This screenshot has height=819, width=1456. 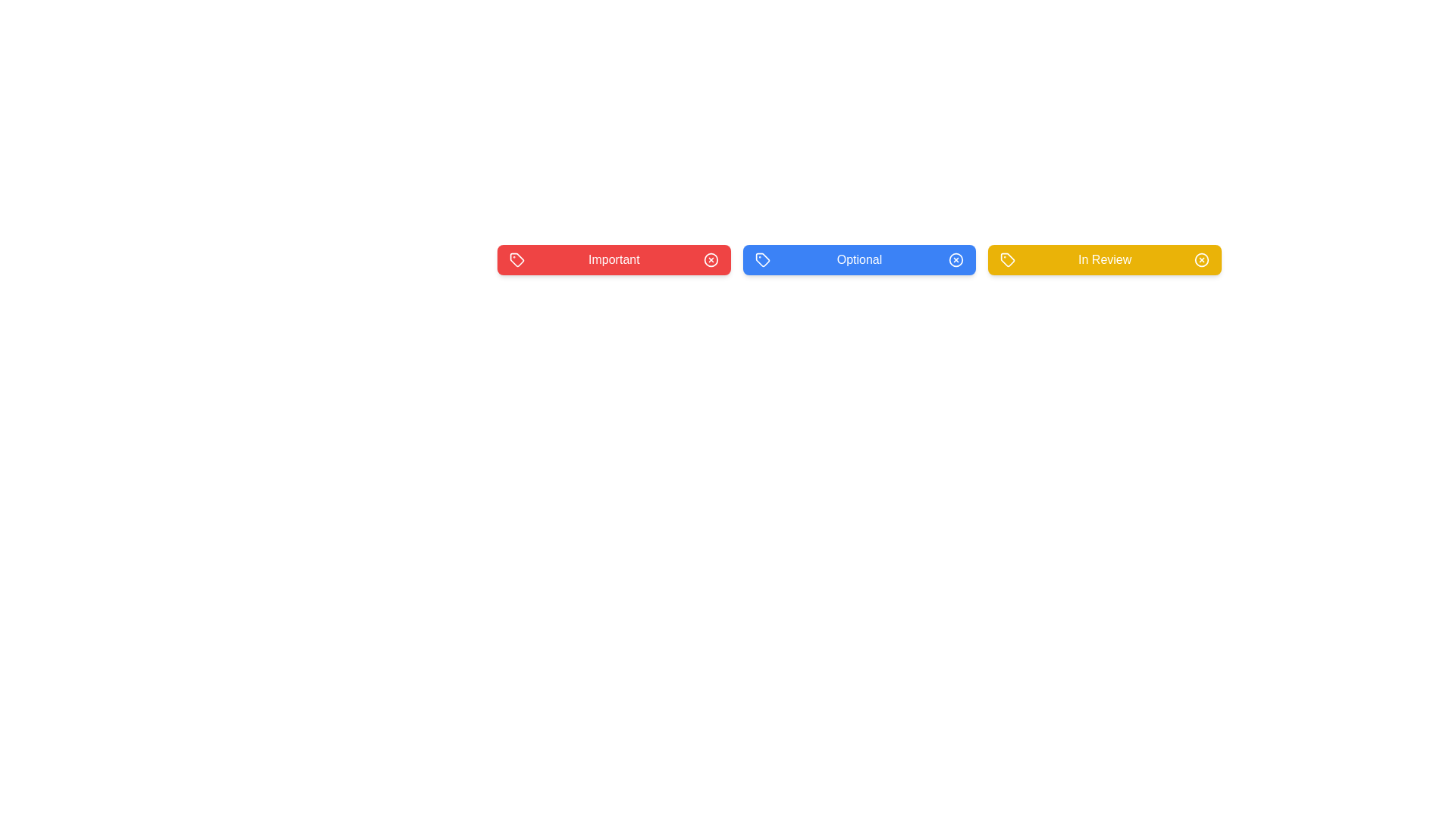 I want to click on the background of the Optional tag, so click(x=858, y=259).